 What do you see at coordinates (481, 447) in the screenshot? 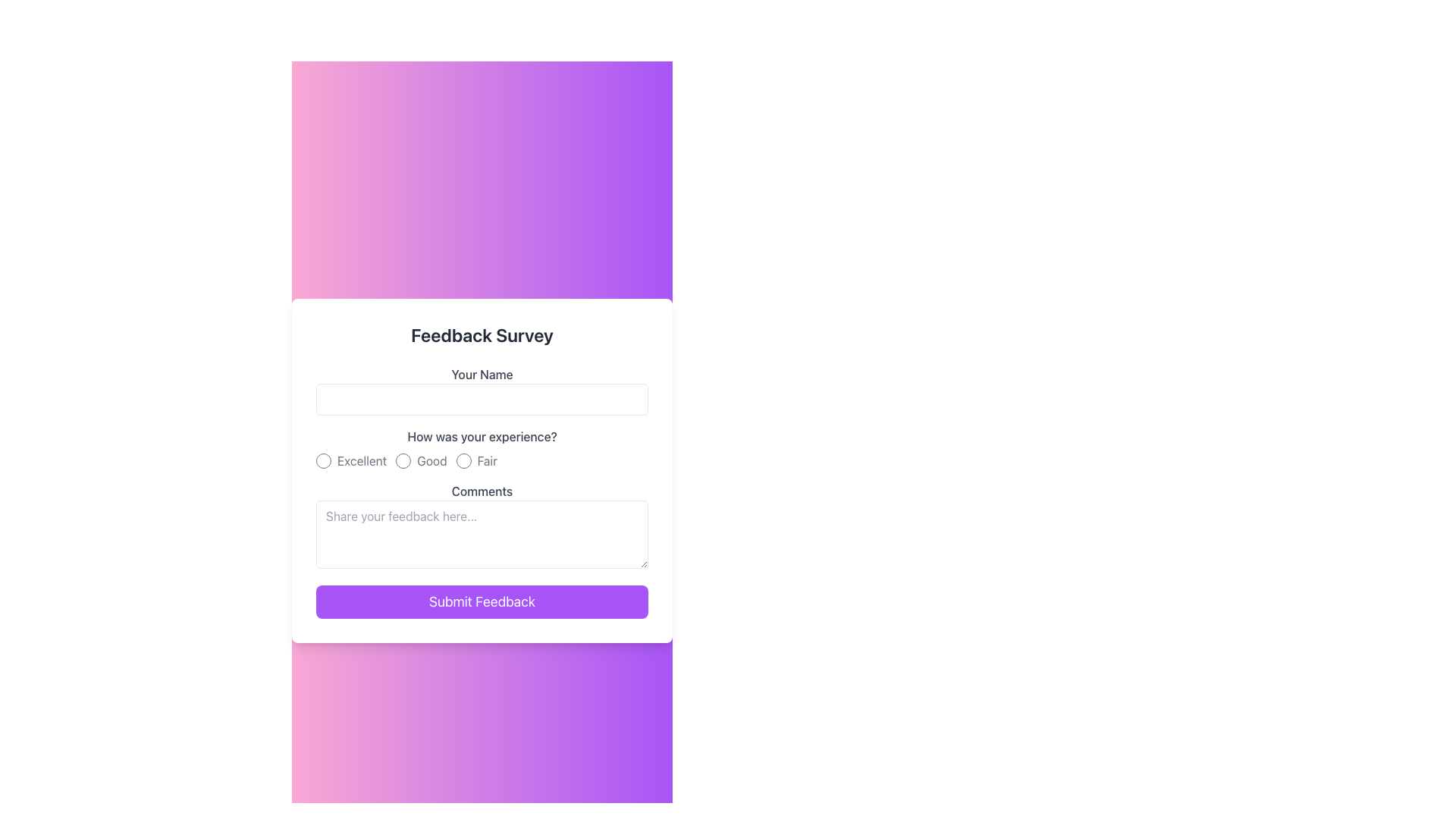
I see `the radio button group labeled 'How was your experience?'` at bounding box center [481, 447].